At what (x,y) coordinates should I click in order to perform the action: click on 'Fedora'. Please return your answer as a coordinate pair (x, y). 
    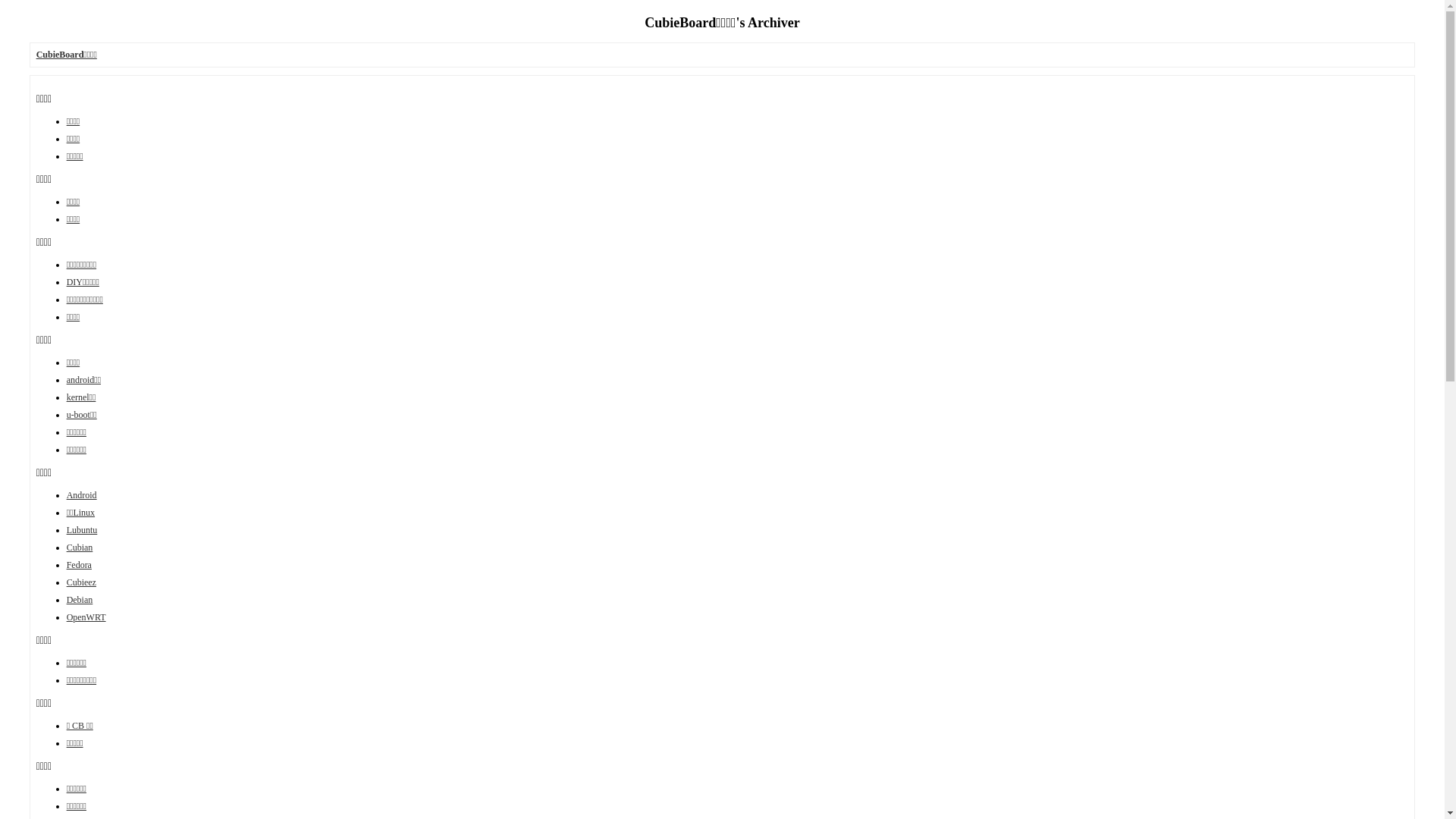
    Looking at the image, I should click on (78, 564).